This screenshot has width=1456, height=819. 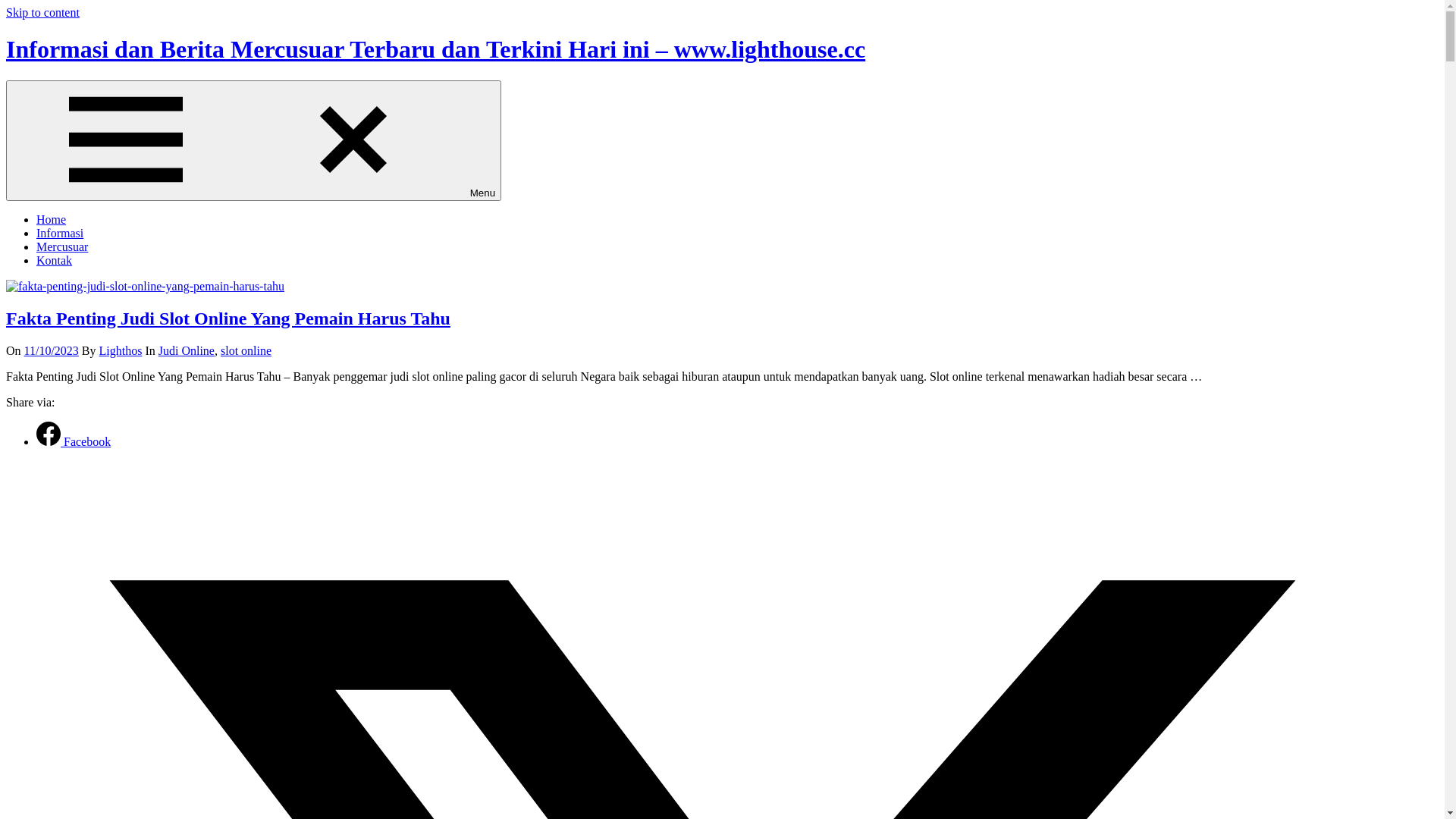 What do you see at coordinates (59, 233) in the screenshot?
I see `'Informasi'` at bounding box center [59, 233].